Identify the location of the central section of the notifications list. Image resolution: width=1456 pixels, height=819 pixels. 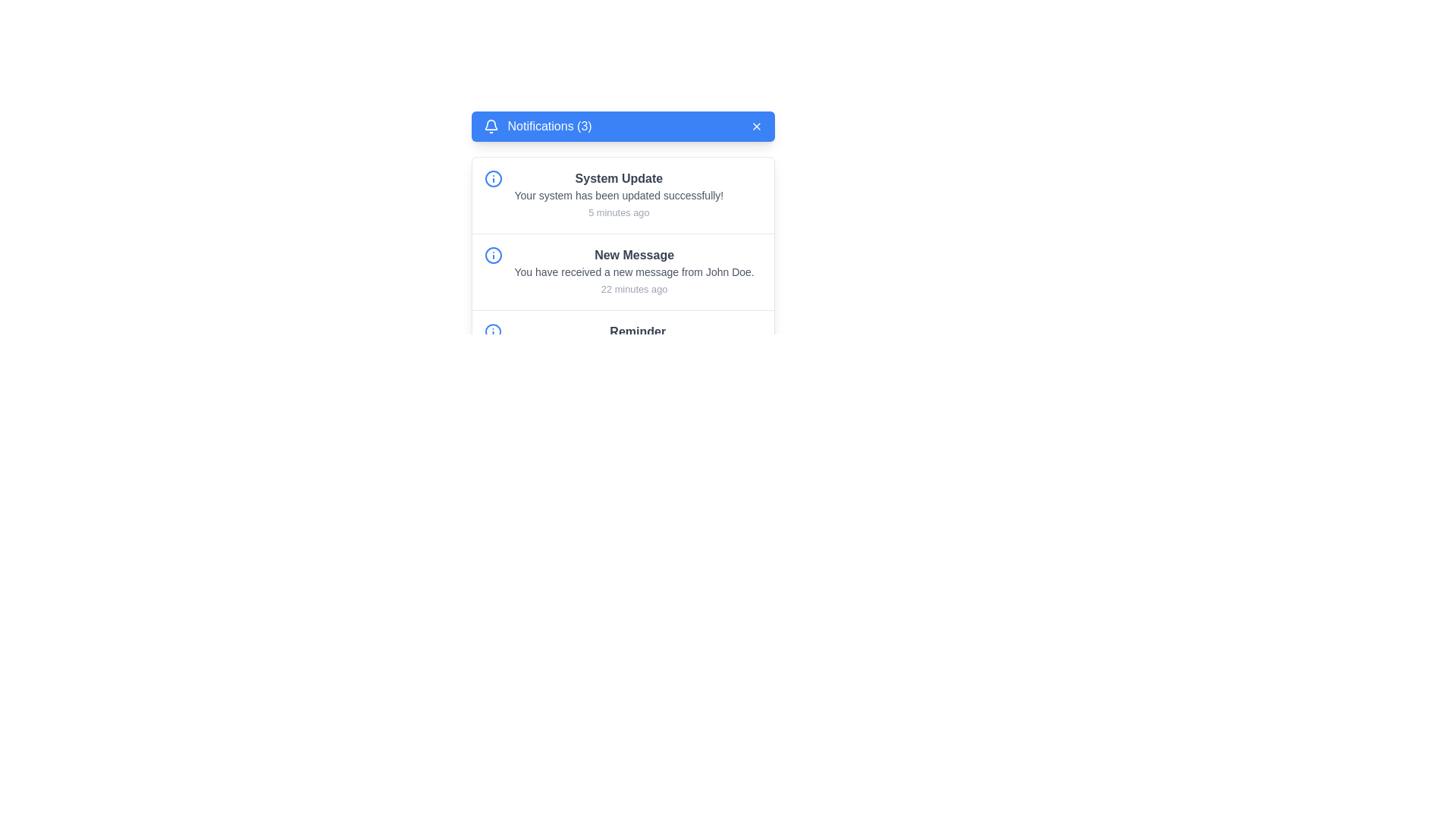
(623, 280).